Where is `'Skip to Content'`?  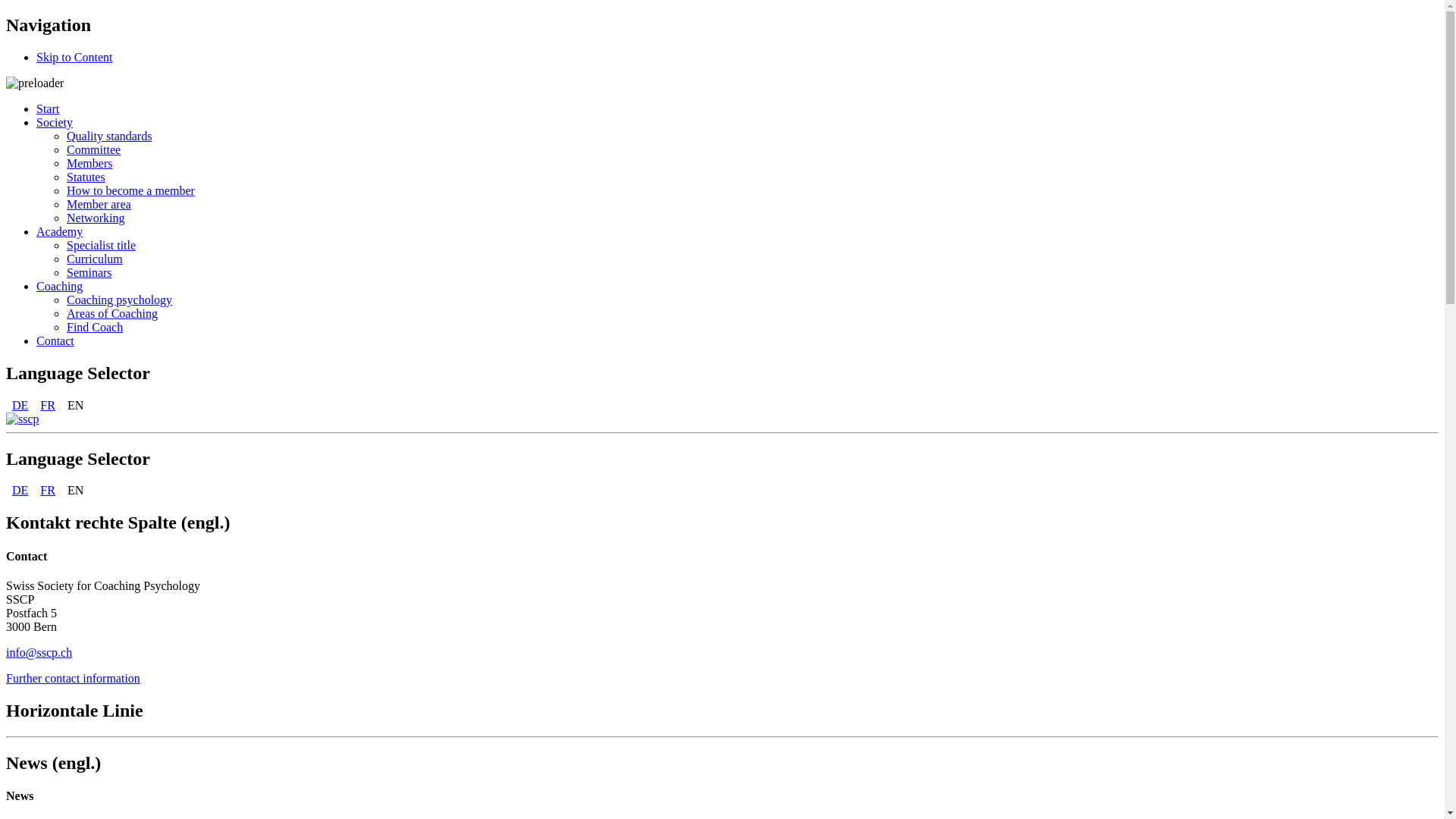
'Skip to Content' is located at coordinates (73, 56).